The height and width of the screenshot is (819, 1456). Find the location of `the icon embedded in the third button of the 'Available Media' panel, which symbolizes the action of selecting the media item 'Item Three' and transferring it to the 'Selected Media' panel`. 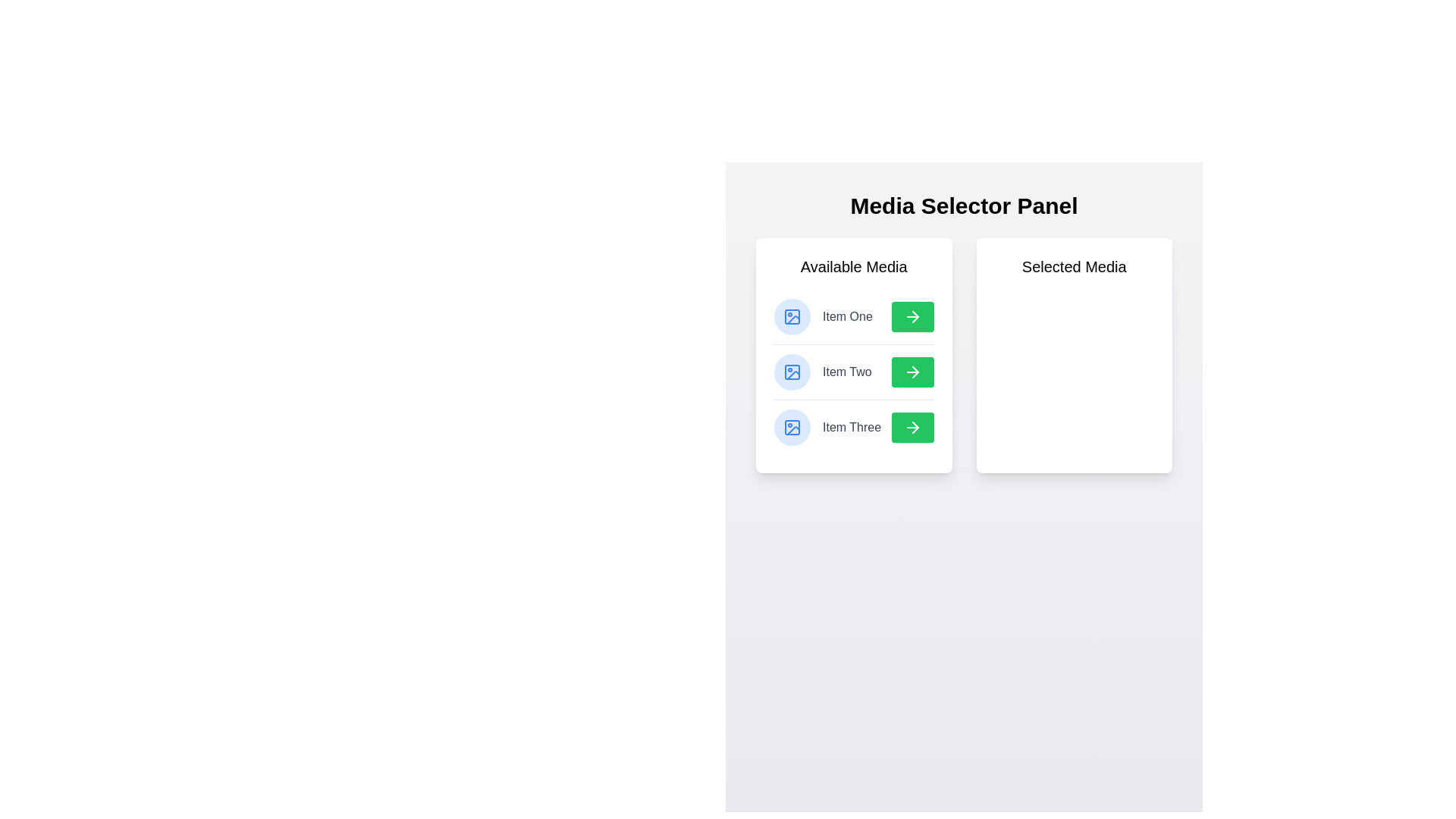

the icon embedded in the third button of the 'Available Media' panel, which symbolizes the action of selecting the media item 'Item Three' and transferring it to the 'Selected Media' panel is located at coordinates (912, 427).